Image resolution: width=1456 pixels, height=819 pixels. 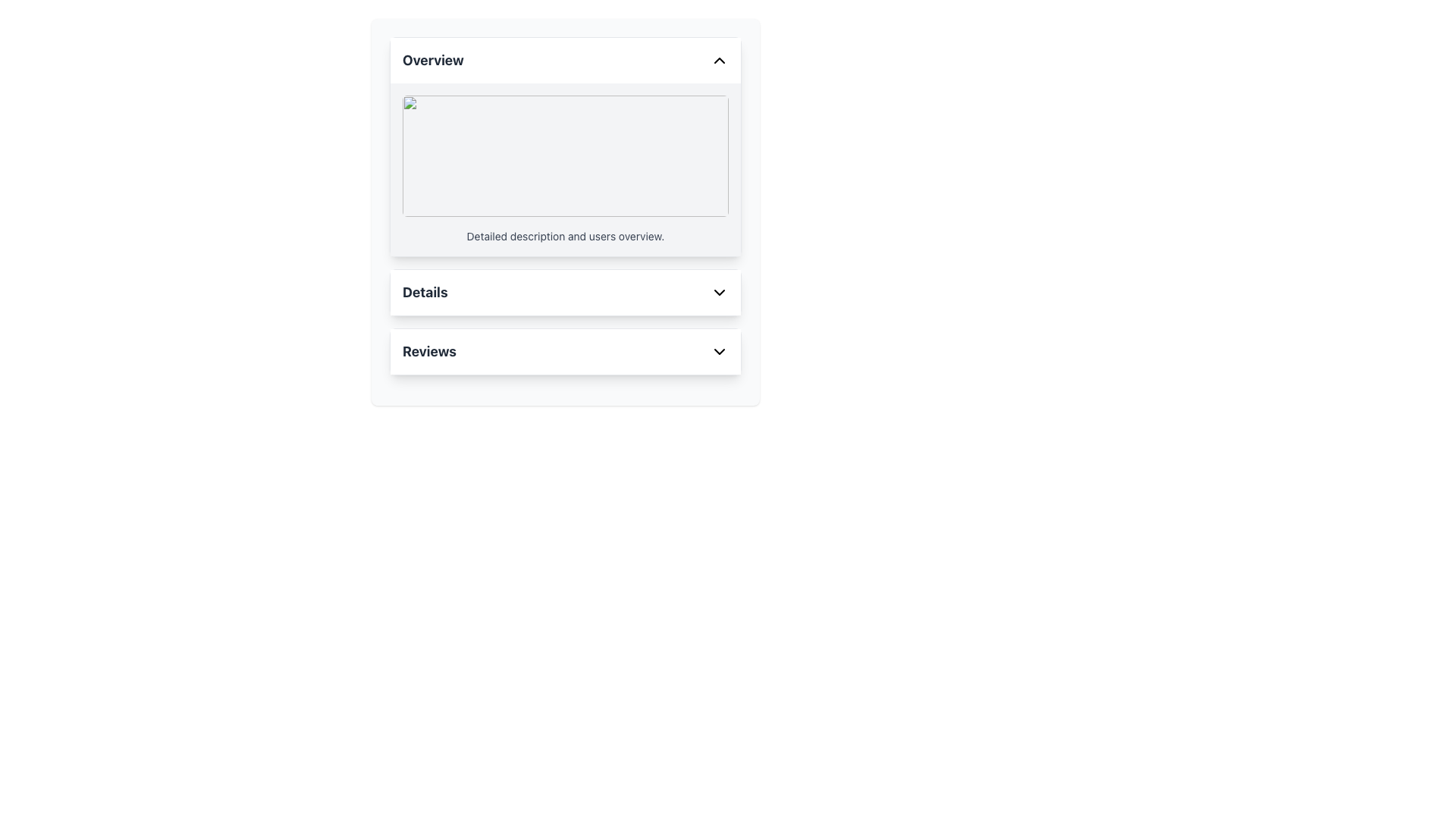 I want to click on the dropdown toggle element located between the 'Overview' and 'Reviews' sections, so click(x=564, y=292).